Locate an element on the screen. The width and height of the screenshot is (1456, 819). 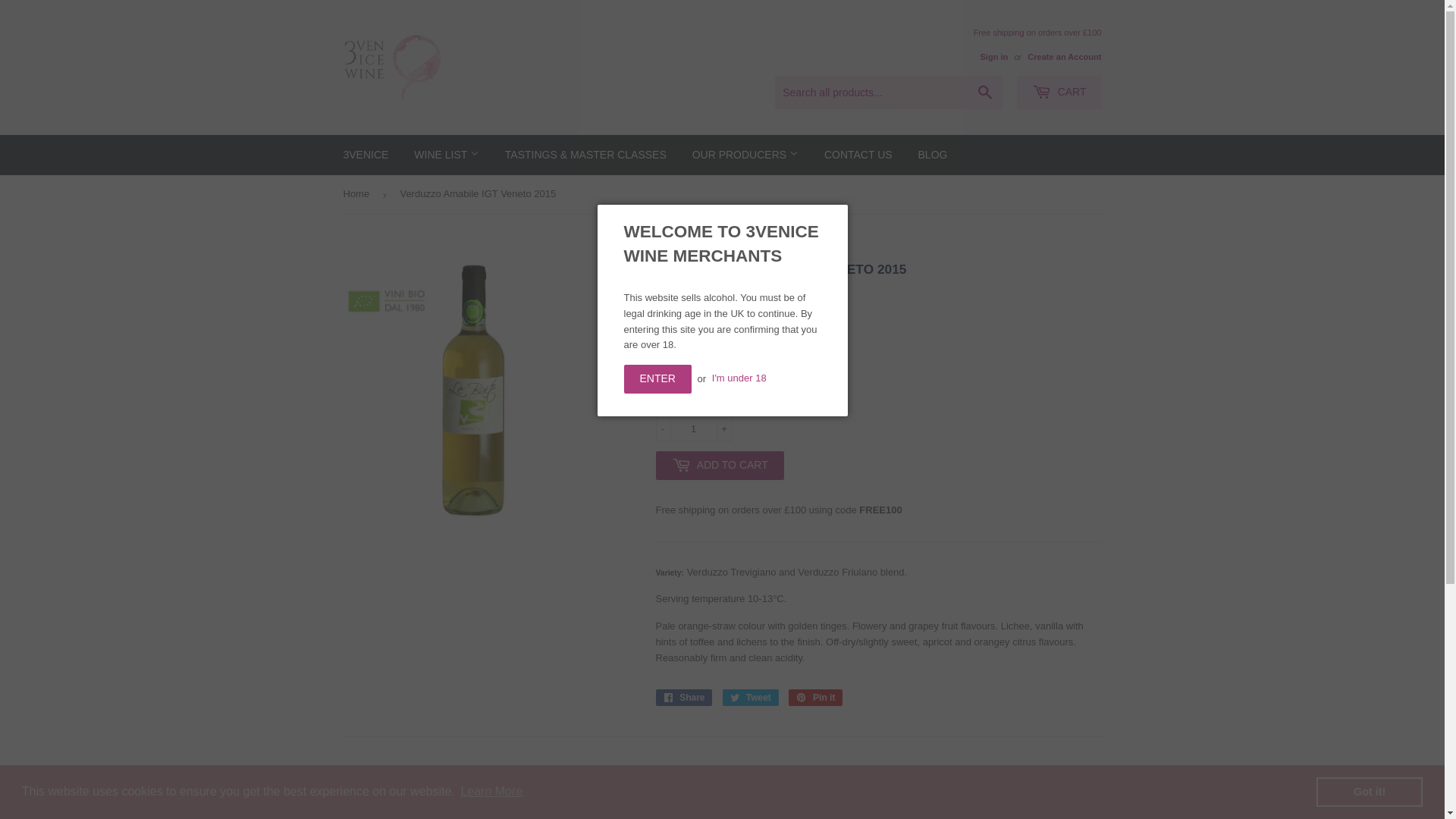
'Share is located at coordinates (682, 698).